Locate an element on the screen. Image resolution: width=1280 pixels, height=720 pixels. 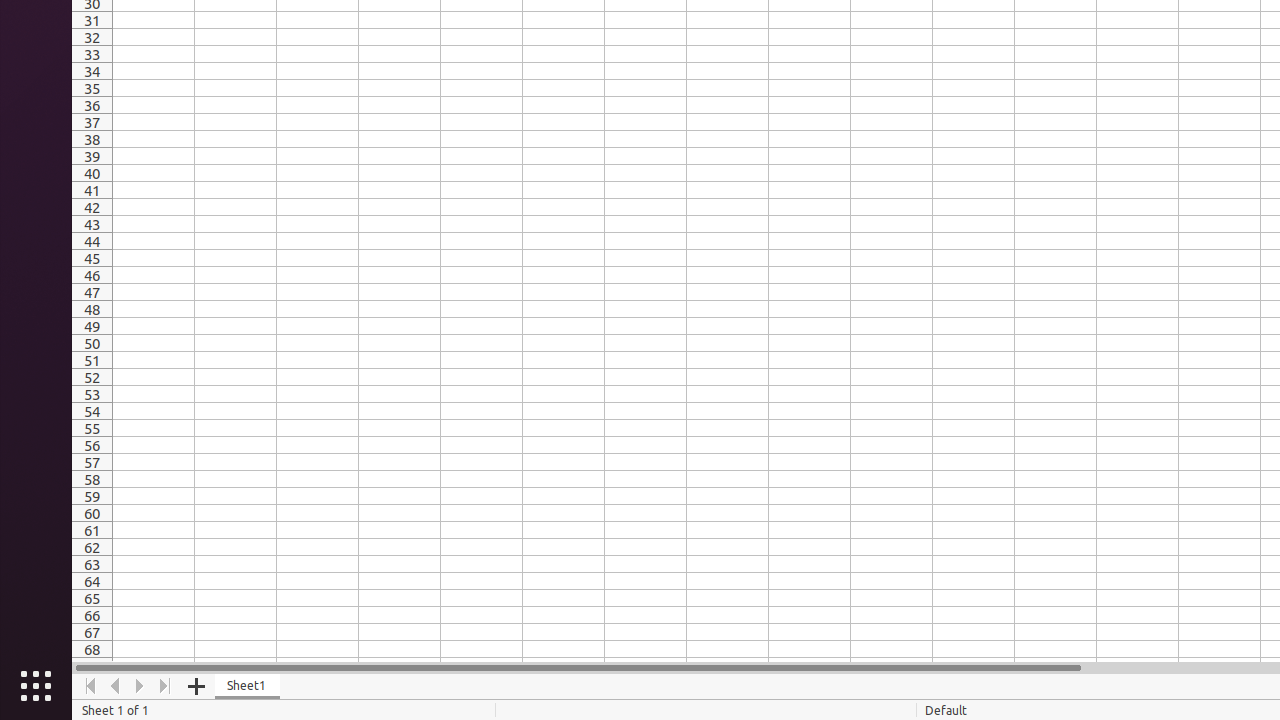
'Move To End' is located at coordinates (165, 685).